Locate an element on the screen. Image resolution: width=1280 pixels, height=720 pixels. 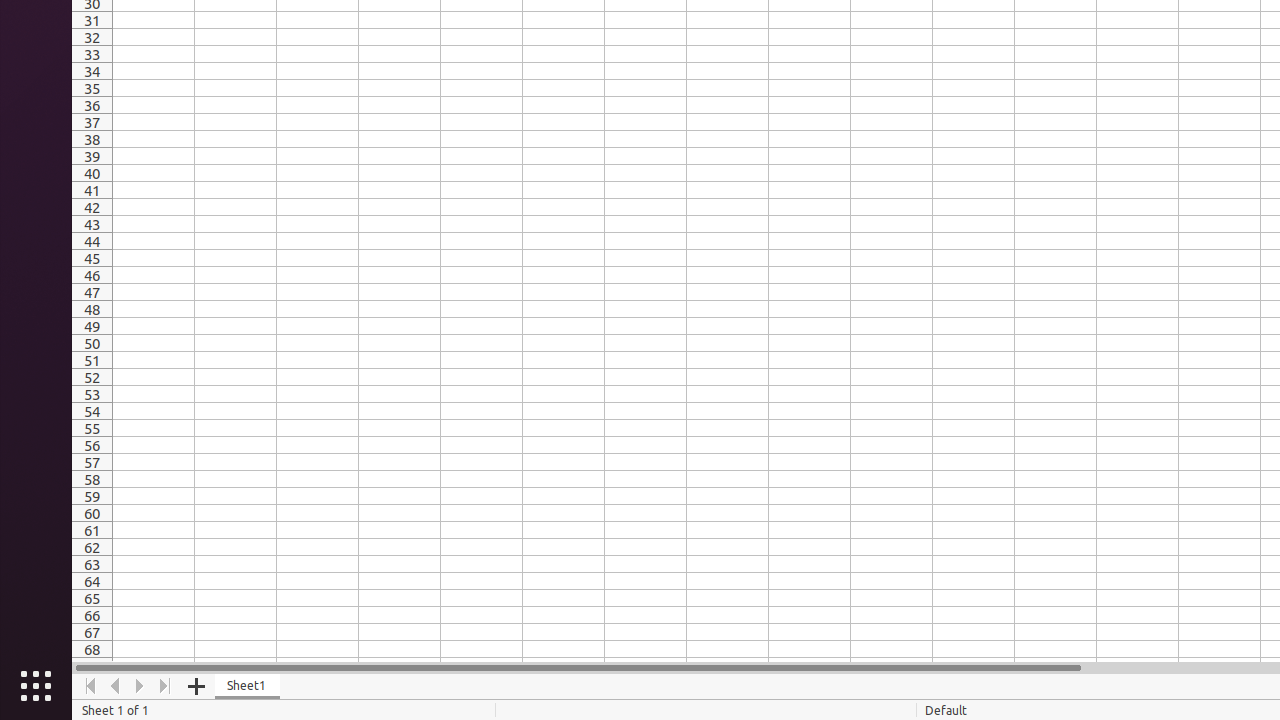
'Move To End' is located at coordinates (165, 685).